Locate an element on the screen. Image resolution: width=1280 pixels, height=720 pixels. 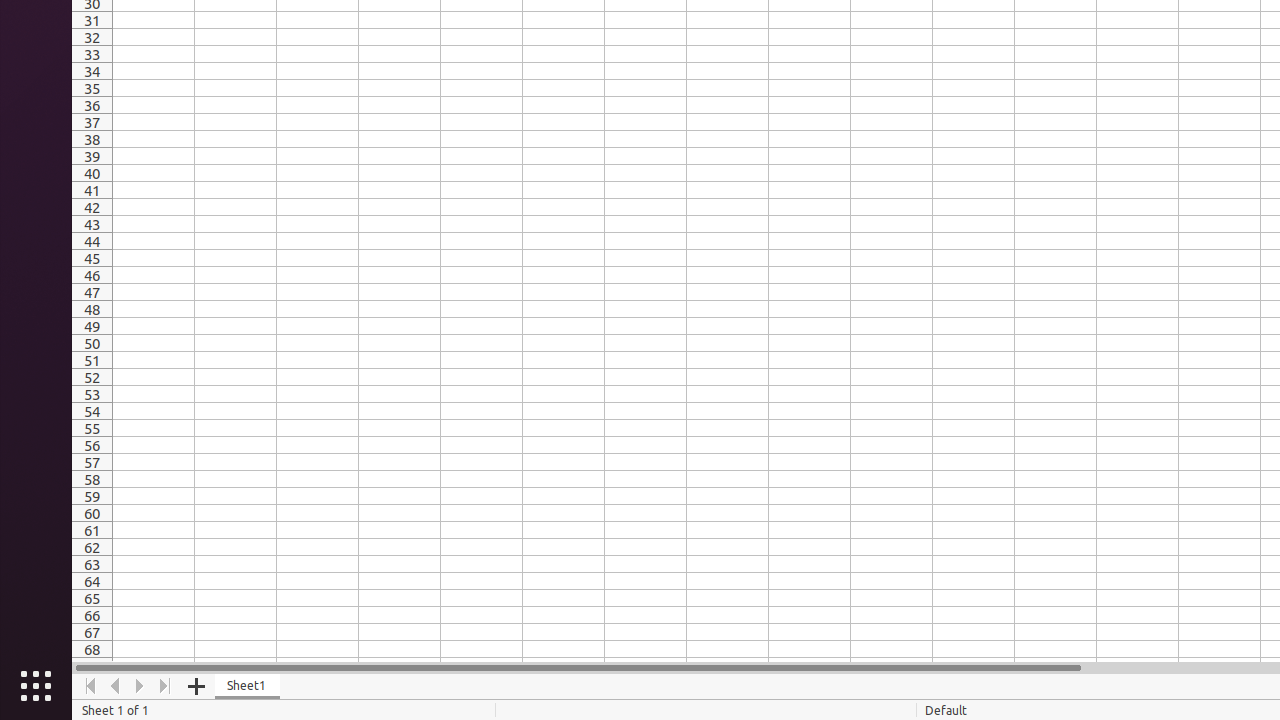
'Move To End' is located at coordinates (165, 685).